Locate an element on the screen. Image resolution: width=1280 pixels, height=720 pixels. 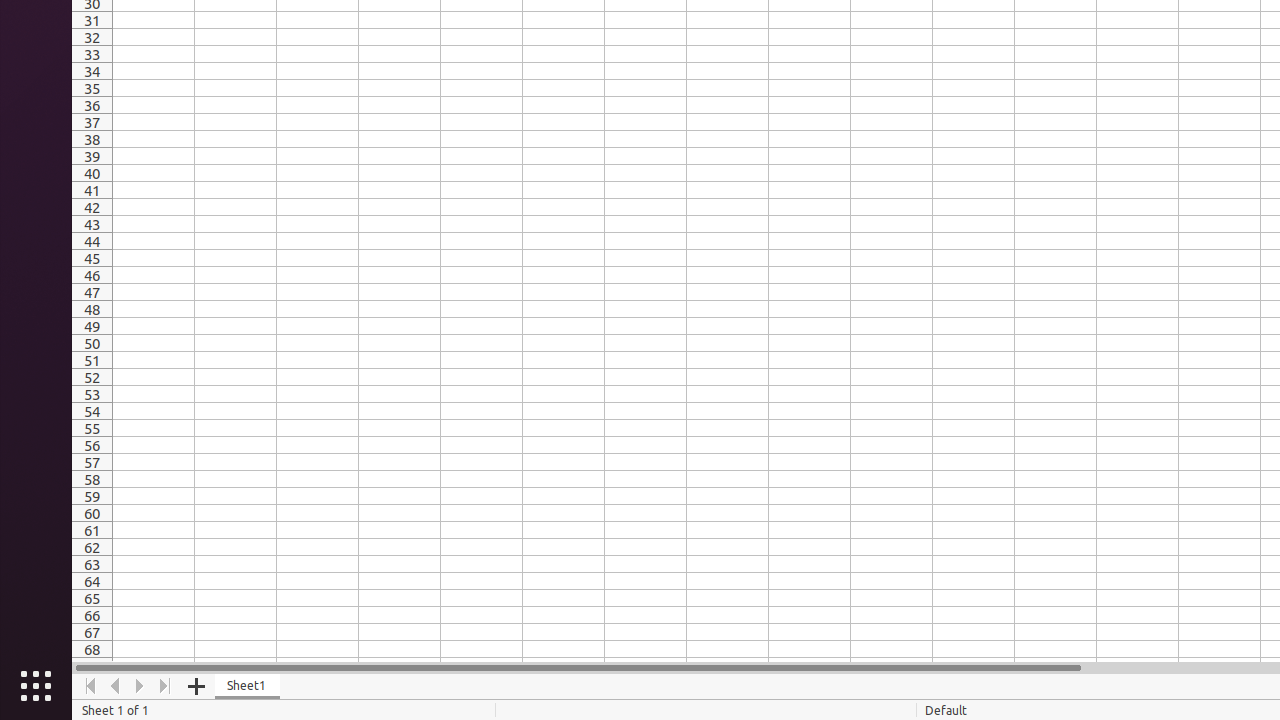
'Move To End' is located at coordinates (165, 685).